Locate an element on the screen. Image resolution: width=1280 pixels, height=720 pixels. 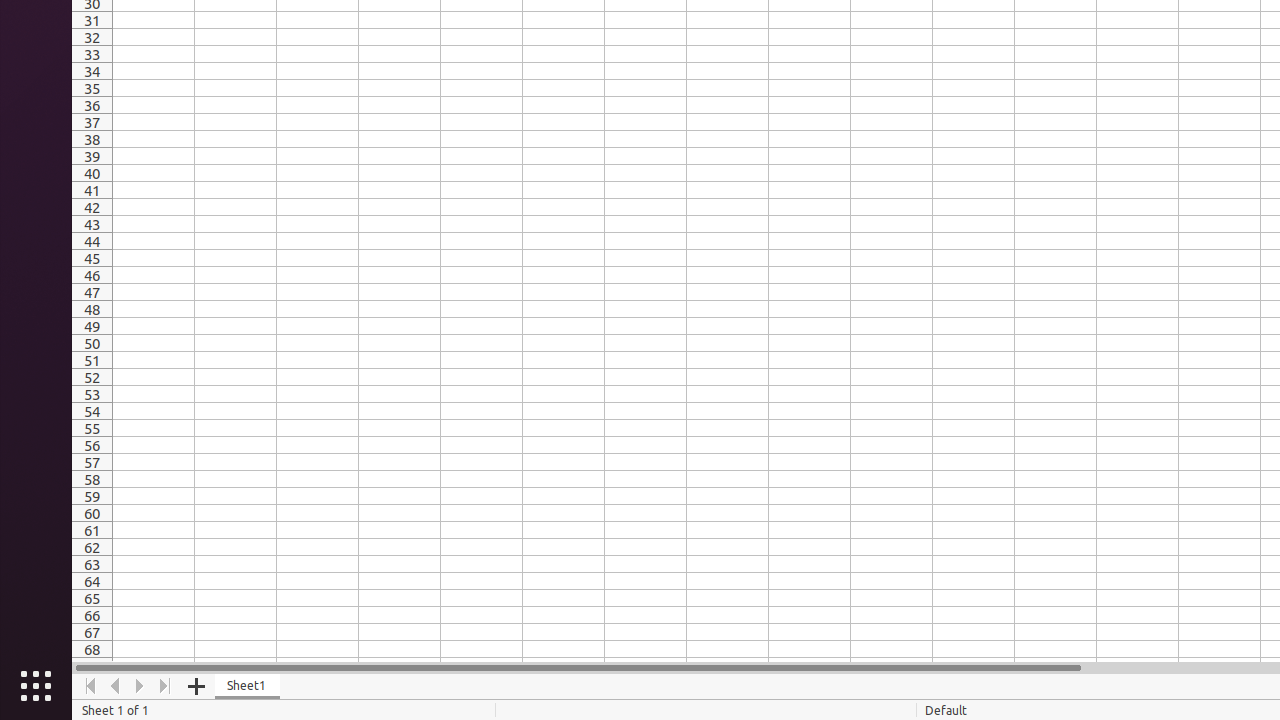
'Move To End' is located at coordinates (165, 685).